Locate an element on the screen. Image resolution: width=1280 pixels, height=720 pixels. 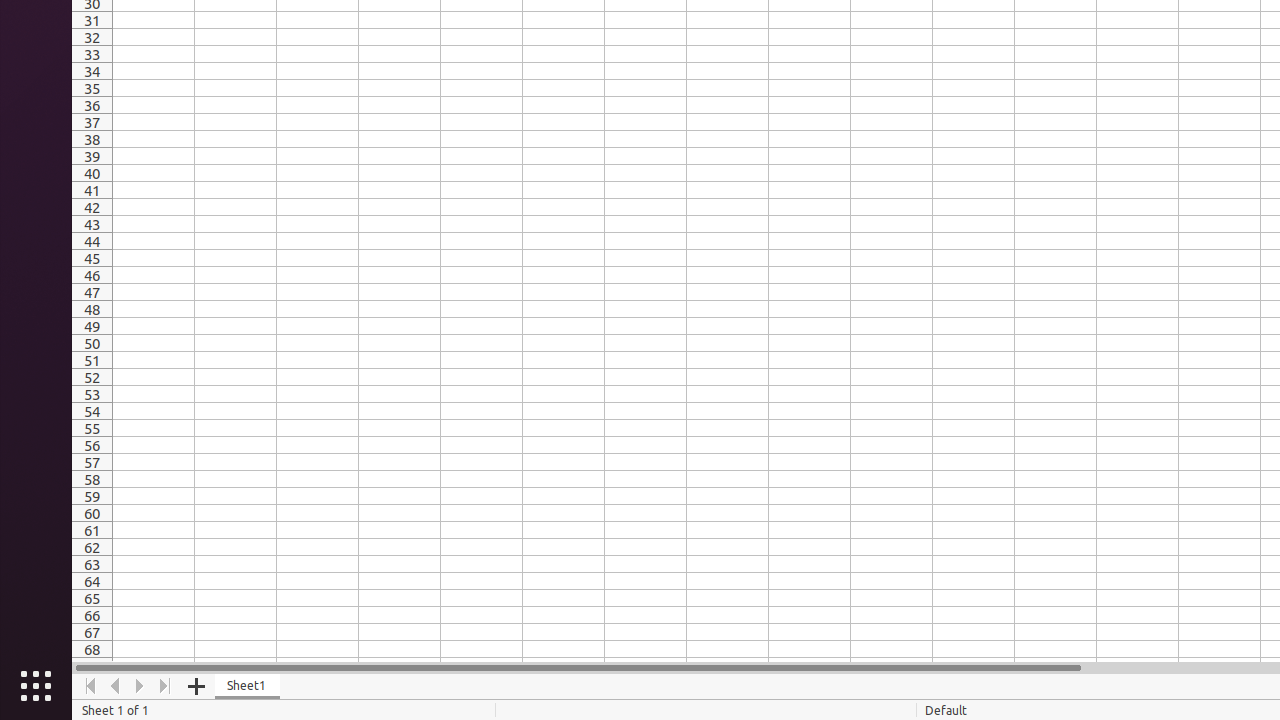
'Move To End' is located at coordinates (165, 685).